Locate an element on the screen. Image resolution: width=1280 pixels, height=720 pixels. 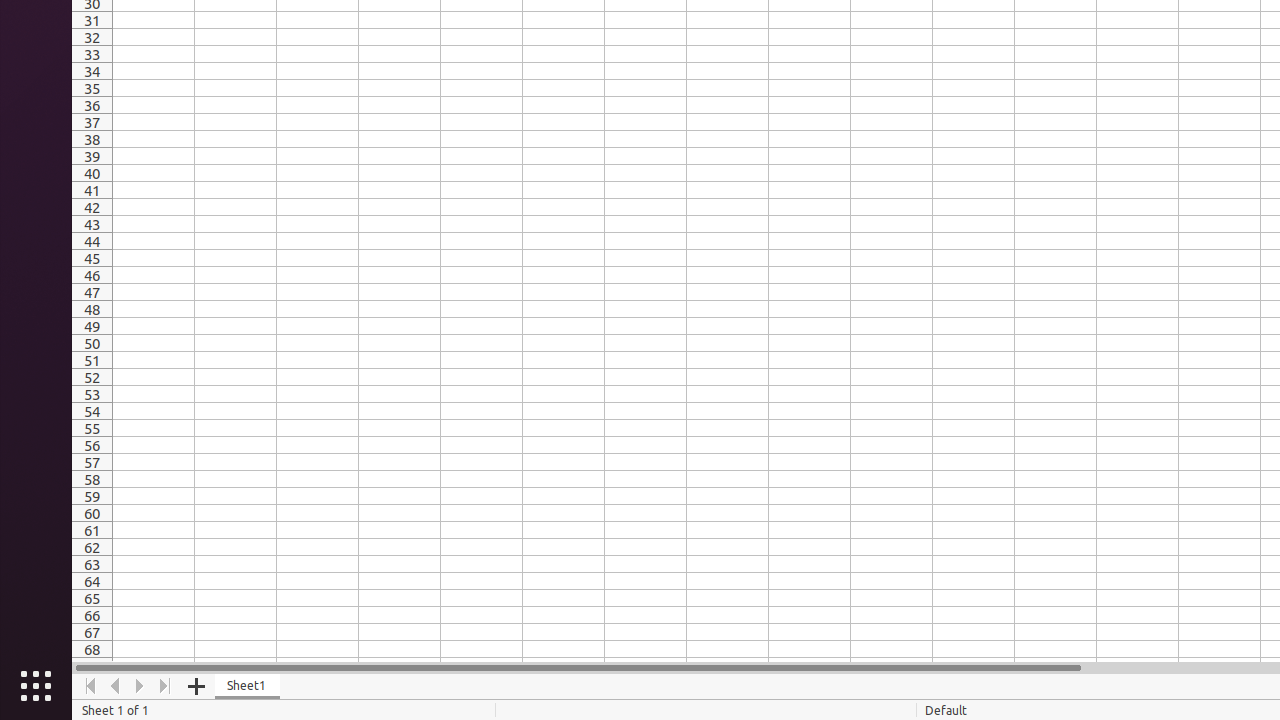
'Move To End' is located at coordinates (165, 685).